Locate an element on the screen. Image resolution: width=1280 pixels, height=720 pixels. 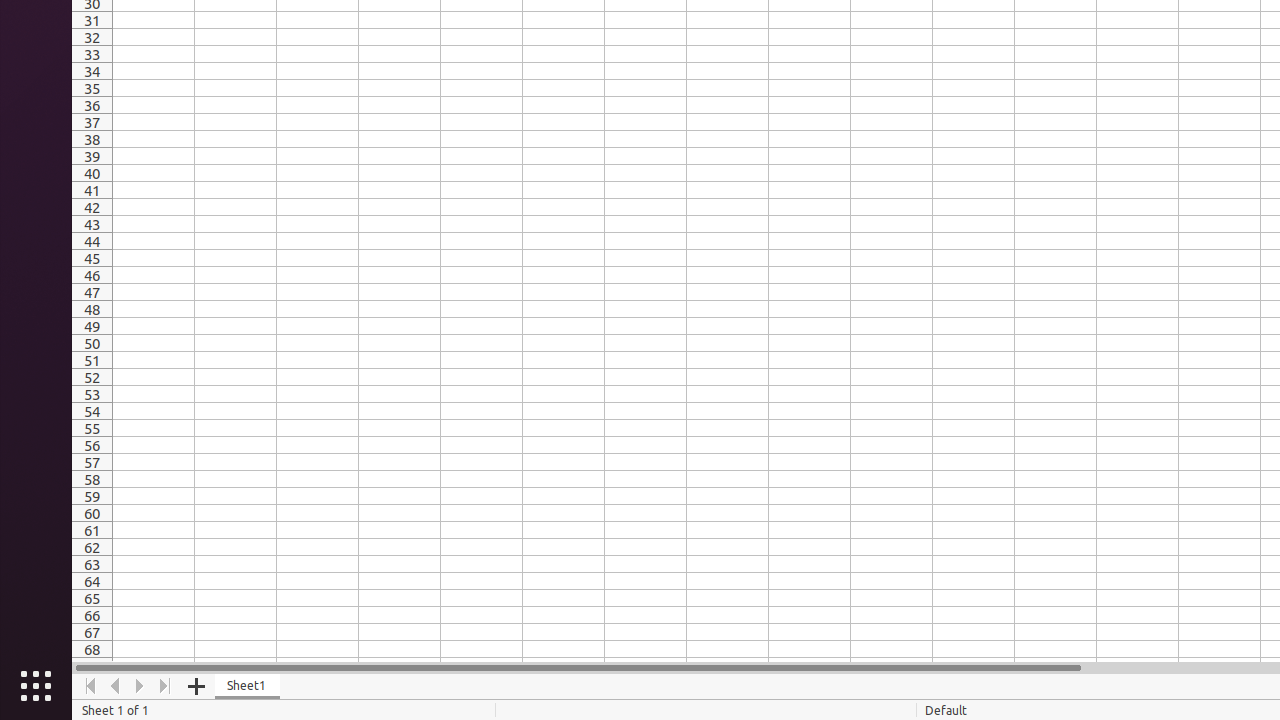
'Move To End' is located at coordinates (165, 685).